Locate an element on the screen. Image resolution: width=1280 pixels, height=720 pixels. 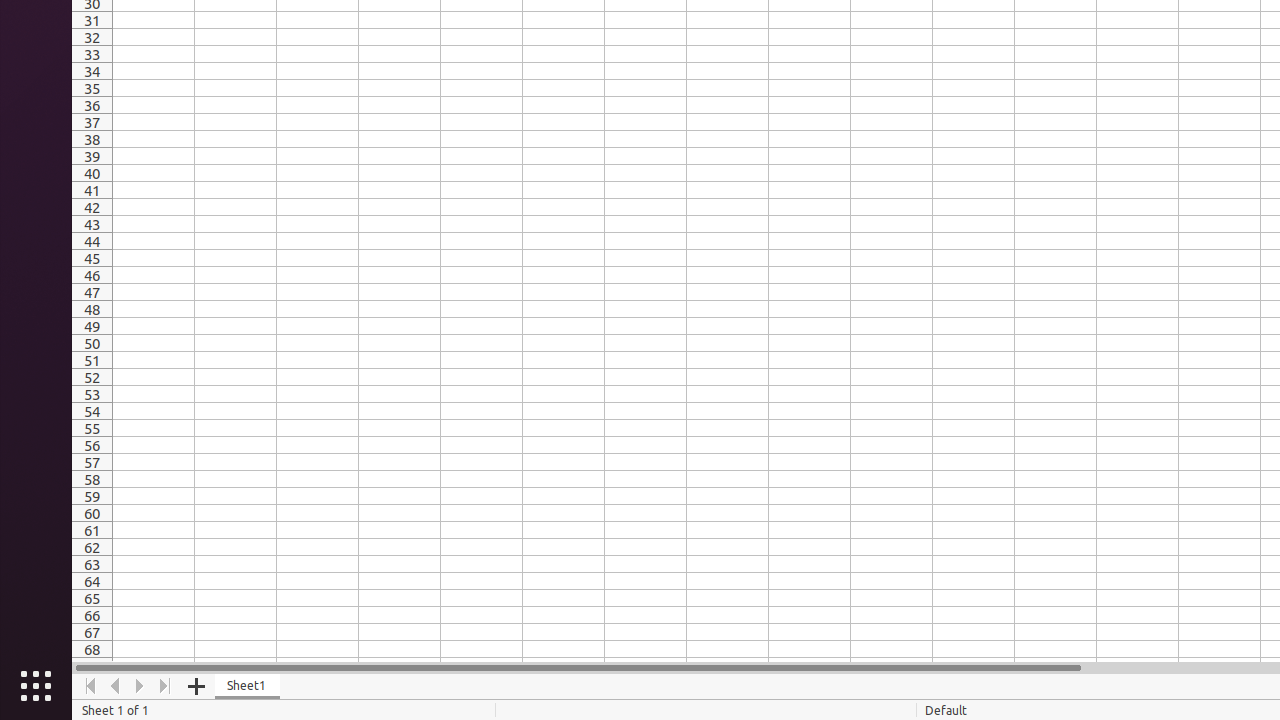
'Move To End' is located at coordinates (165, 685).